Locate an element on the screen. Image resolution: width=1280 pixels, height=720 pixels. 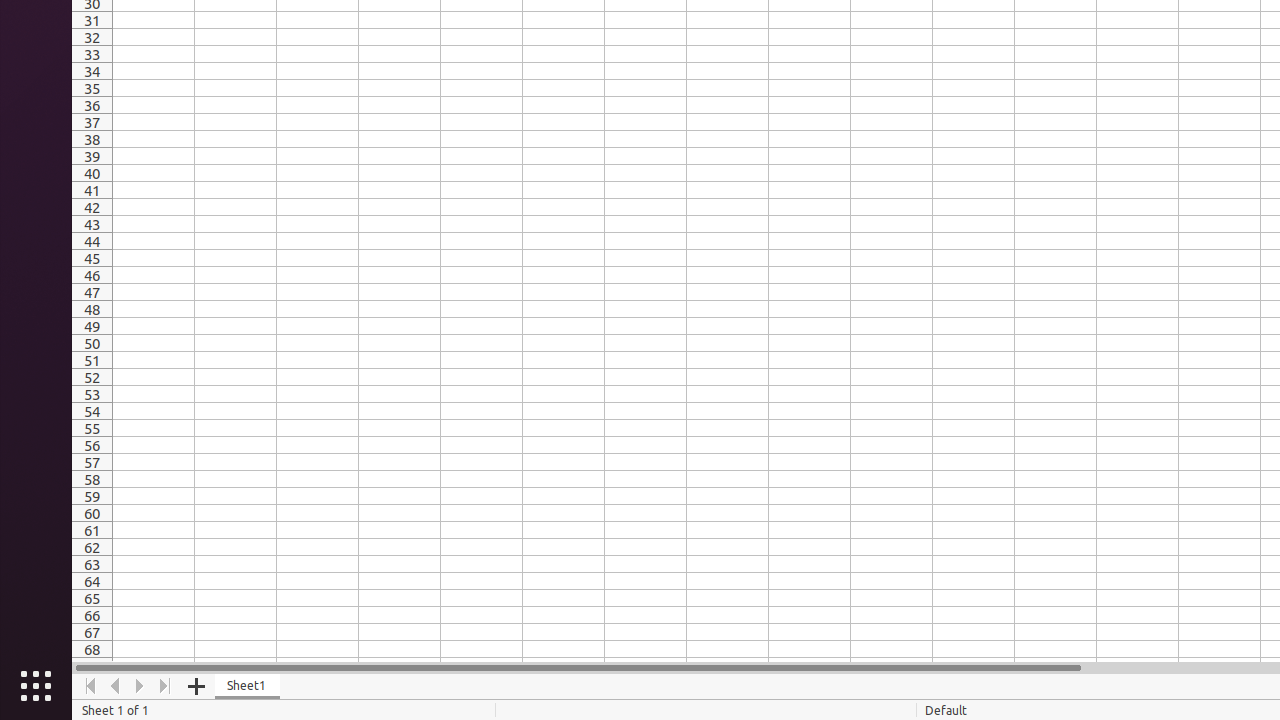
'Move To End' is located at coordinates (165, 685).